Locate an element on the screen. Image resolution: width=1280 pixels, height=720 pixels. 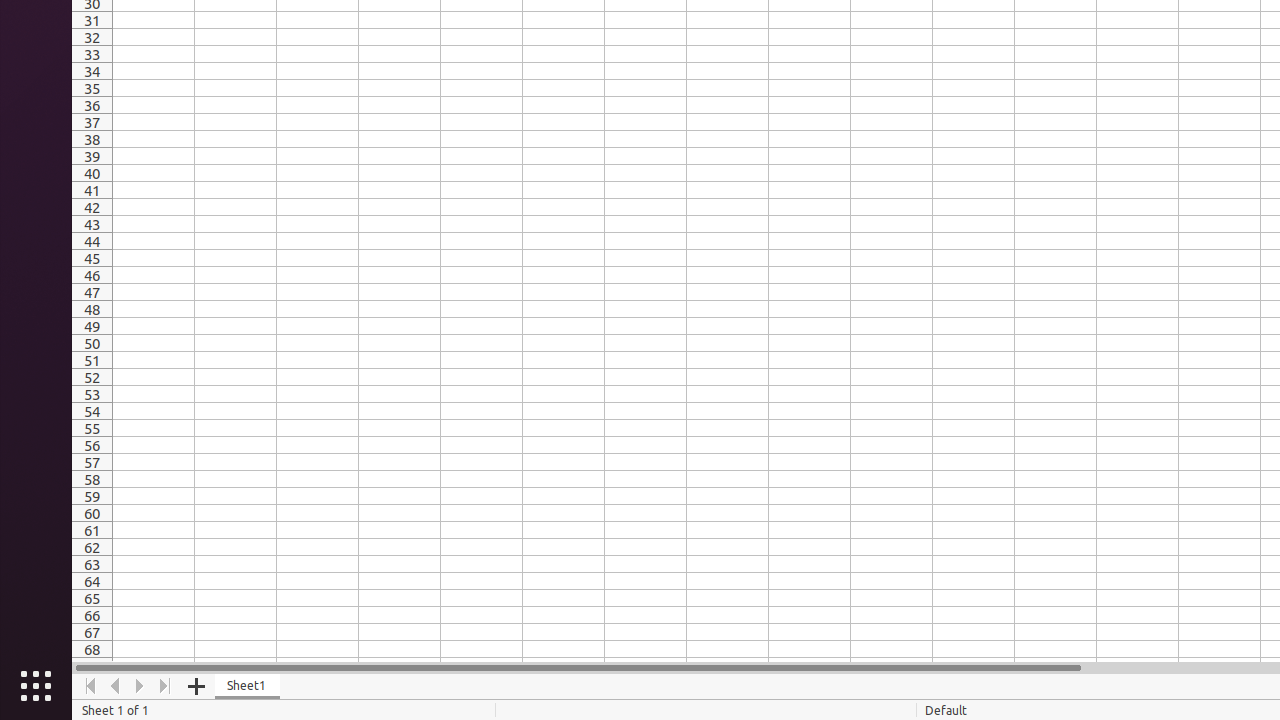
'Move To End' is located at coordinates (165, 685).